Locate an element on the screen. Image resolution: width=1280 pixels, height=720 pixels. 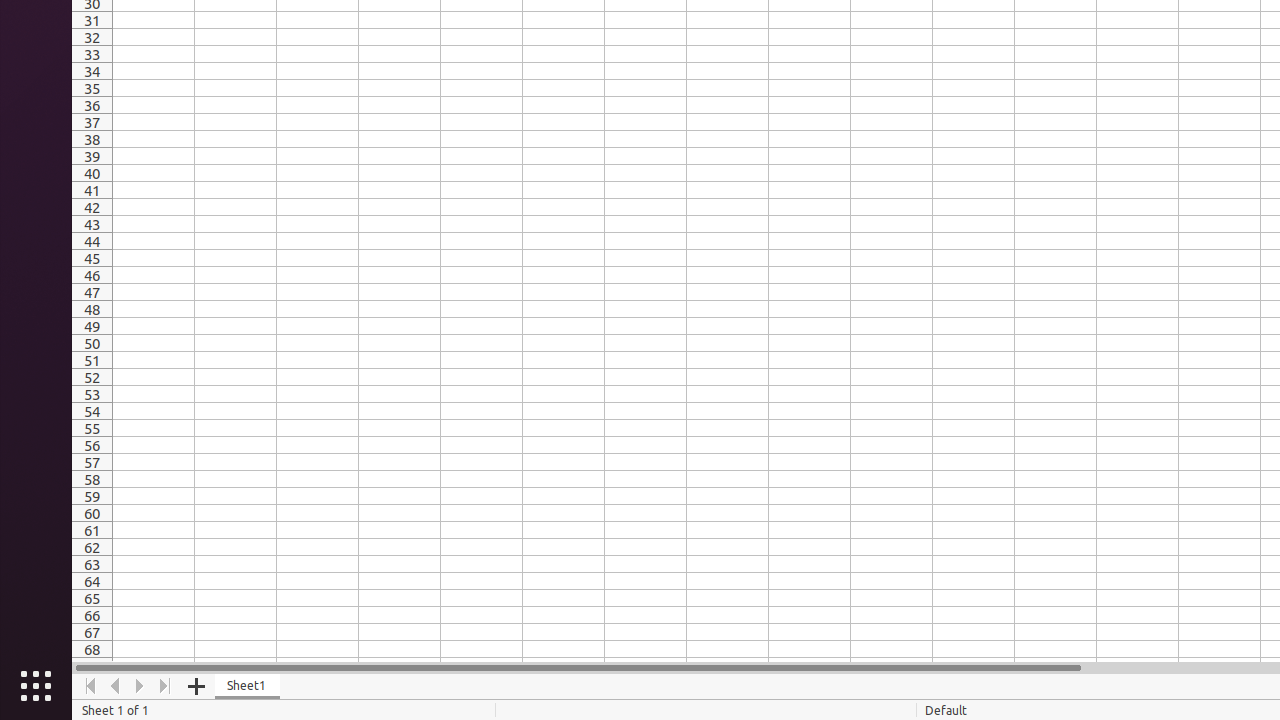
'Move To End' is located at coordinates (165, 685).